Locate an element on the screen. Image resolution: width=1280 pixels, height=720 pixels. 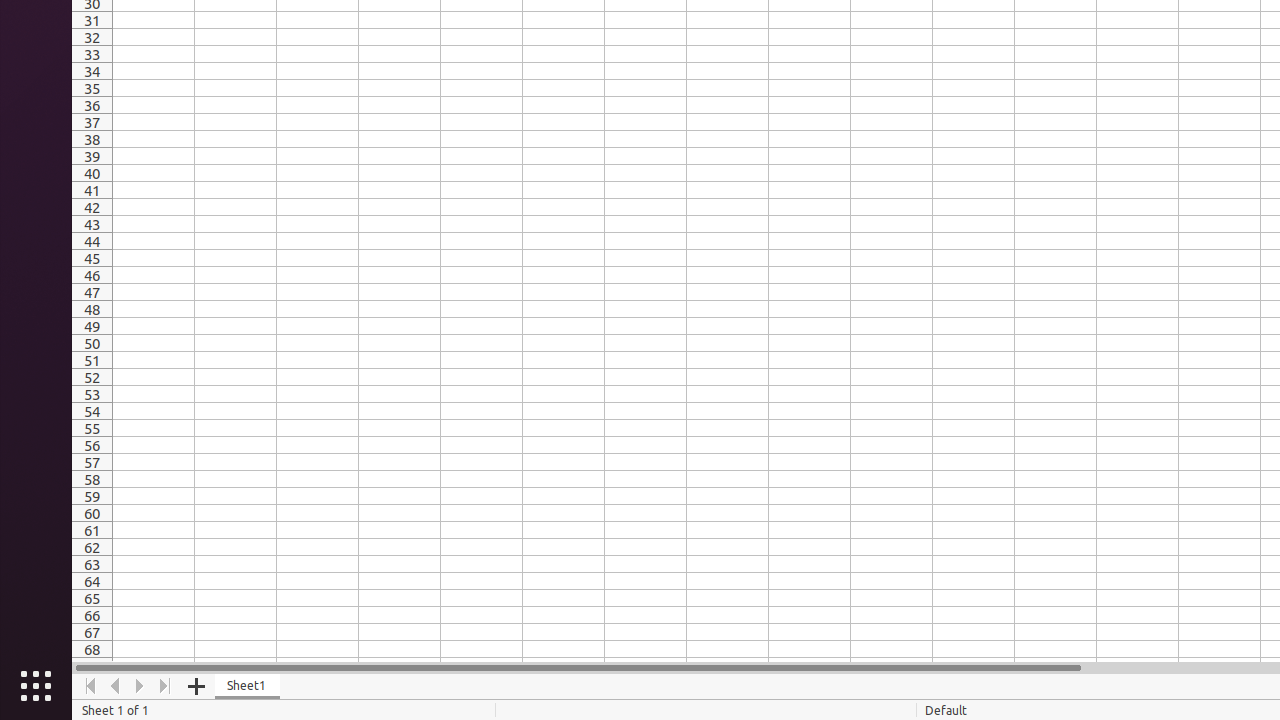
'Move To End' is located at coordinates (165, 685).